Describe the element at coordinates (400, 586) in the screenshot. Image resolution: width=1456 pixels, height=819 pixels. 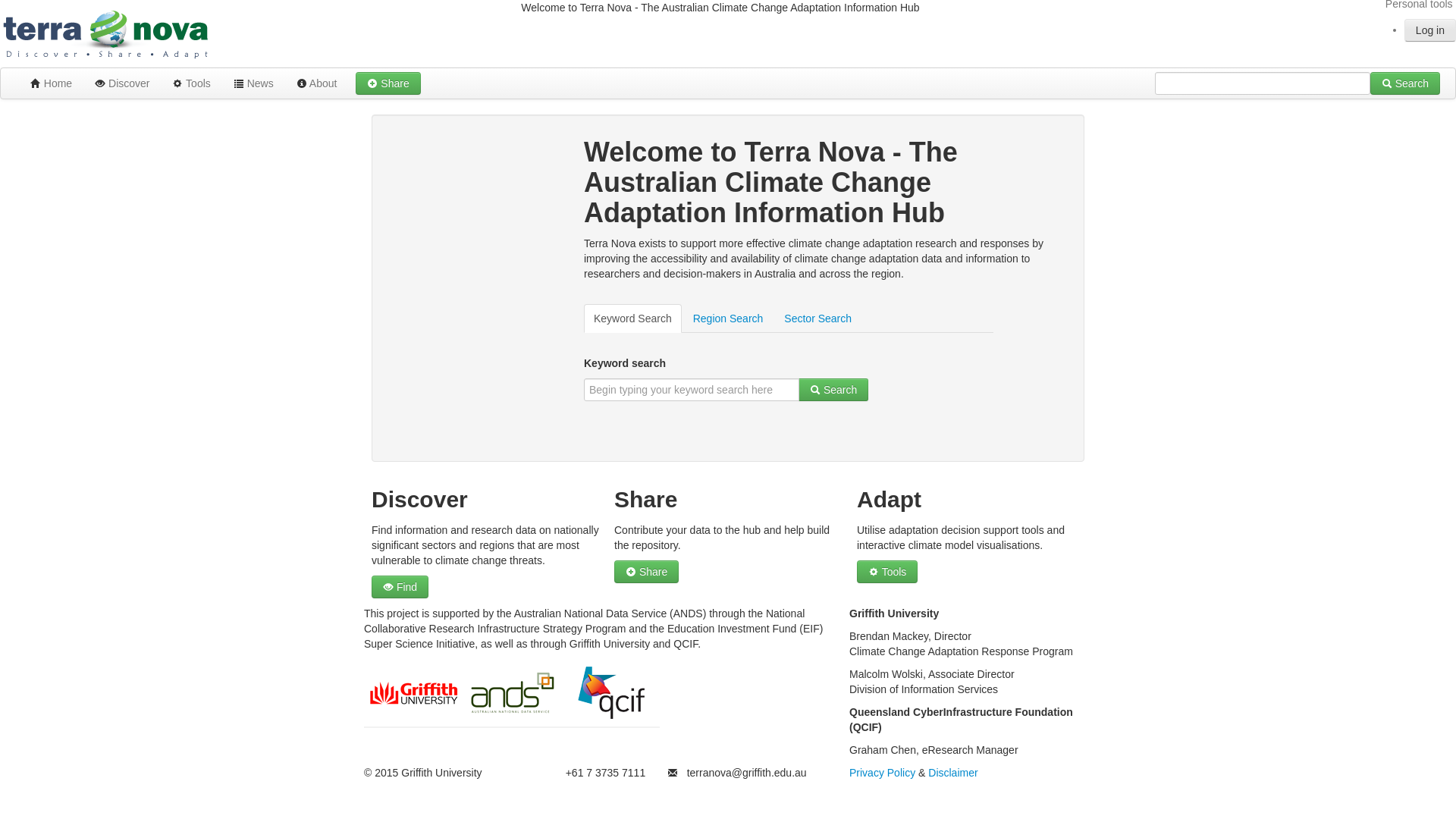
I see `'Find'` at that location.